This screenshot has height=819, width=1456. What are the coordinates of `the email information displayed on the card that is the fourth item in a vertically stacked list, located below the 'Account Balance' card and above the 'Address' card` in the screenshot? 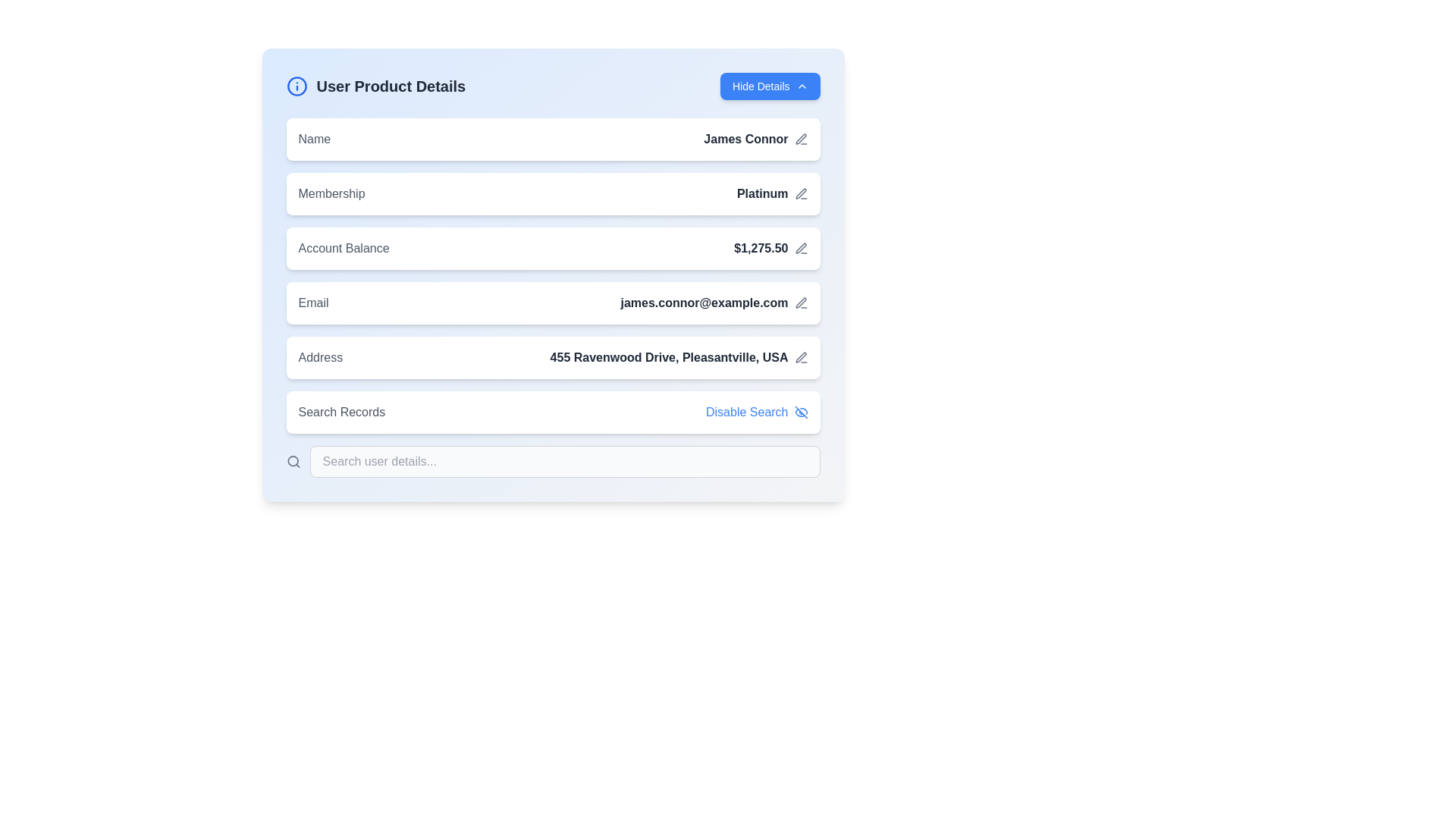 It's located at (552, 303).